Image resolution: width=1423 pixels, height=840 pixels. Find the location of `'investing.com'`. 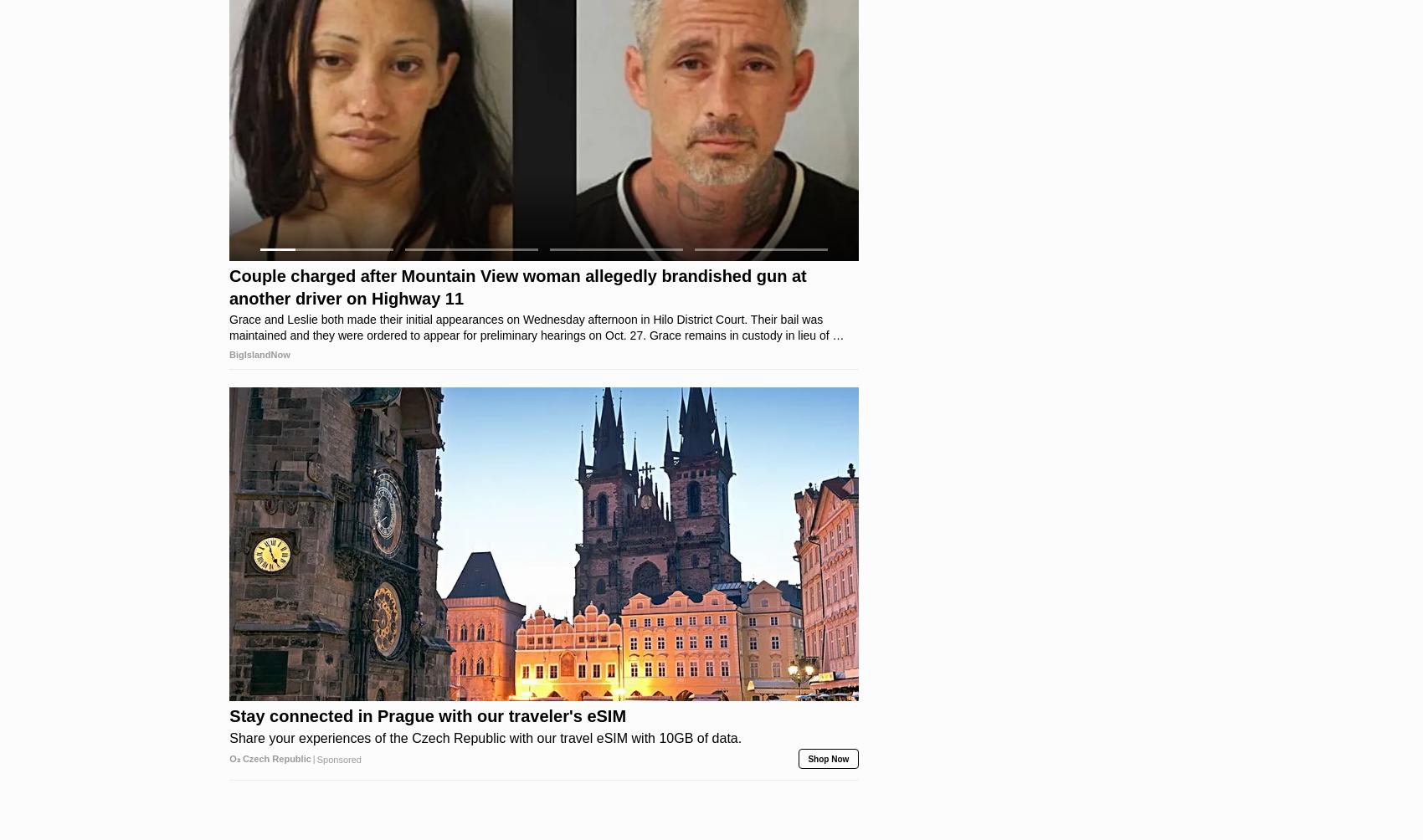

'investing.com' is located at coordinates (259, 295).